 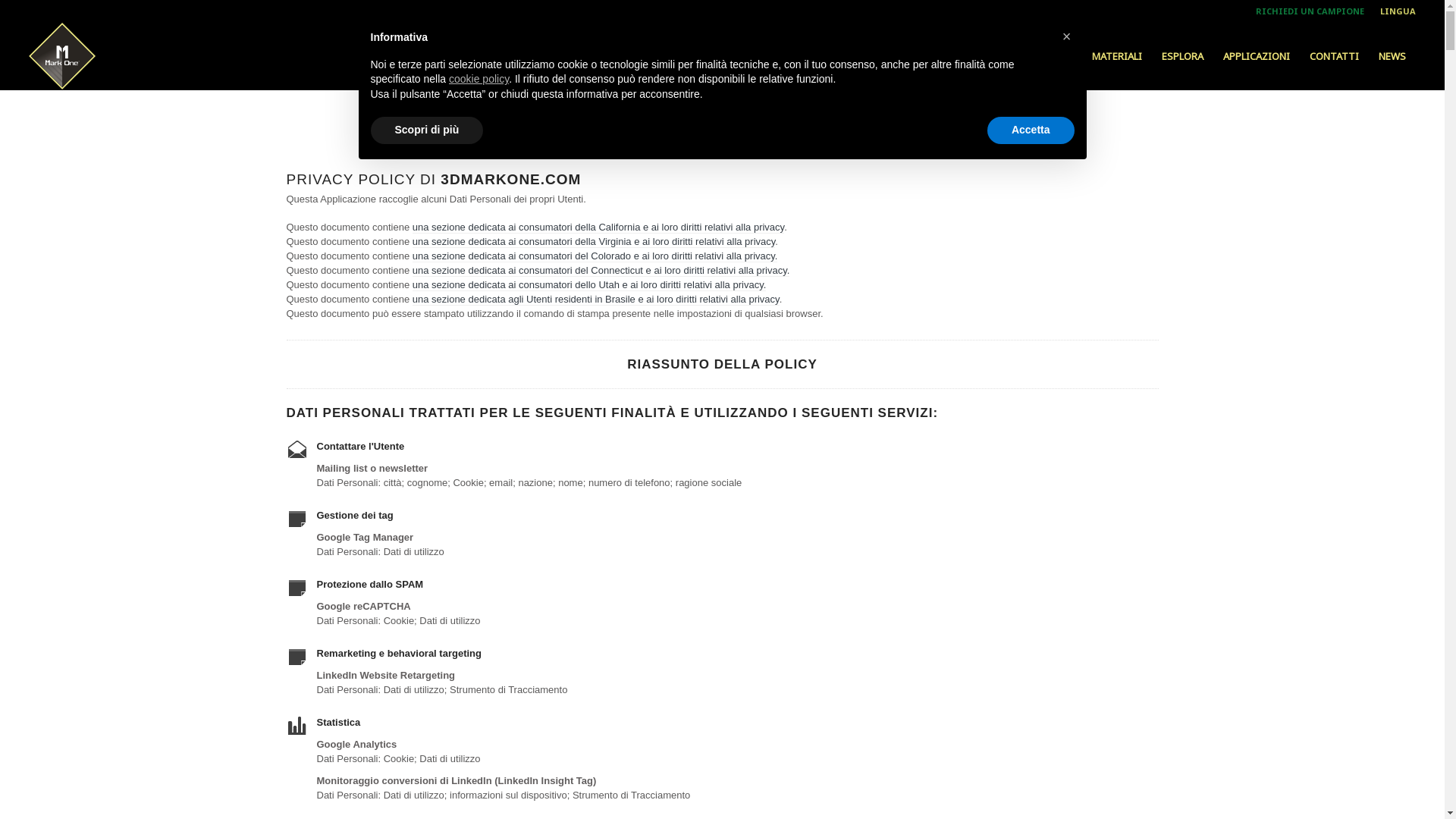 What do you see at coordinates (1031, 130) in the screenshot?
I see `'Accetta'` at bounding box center [1031, 130].